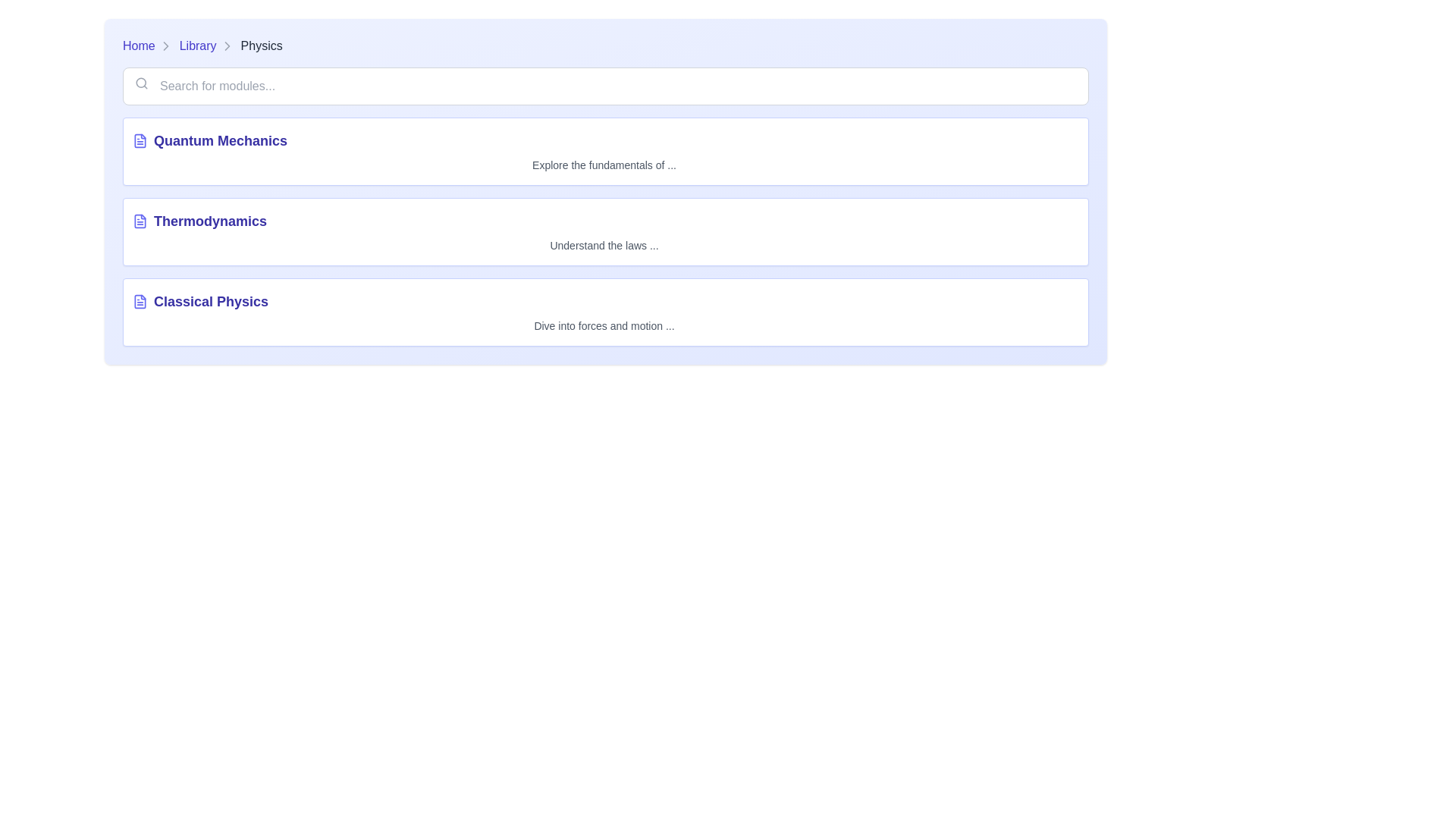 This screenshot has height=819, width=1456. Describe the element at coordinates (206, 45) in the screenshot. I see `the 'Library' link in the breadcrumb navigation` at that location.